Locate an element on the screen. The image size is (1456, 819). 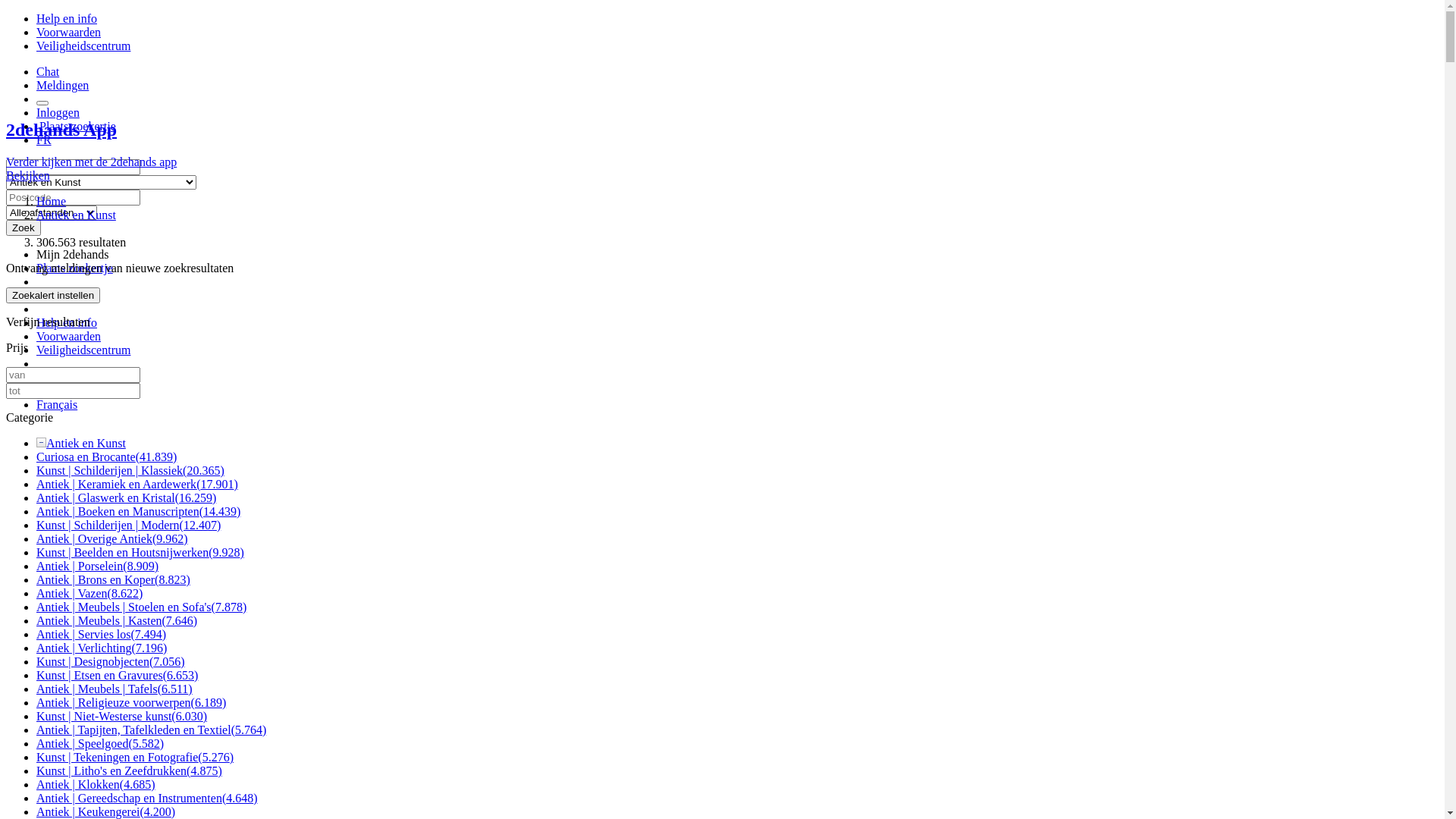
'Antiek | Verlichting(7.196)' is located at coordinates (101, 648).